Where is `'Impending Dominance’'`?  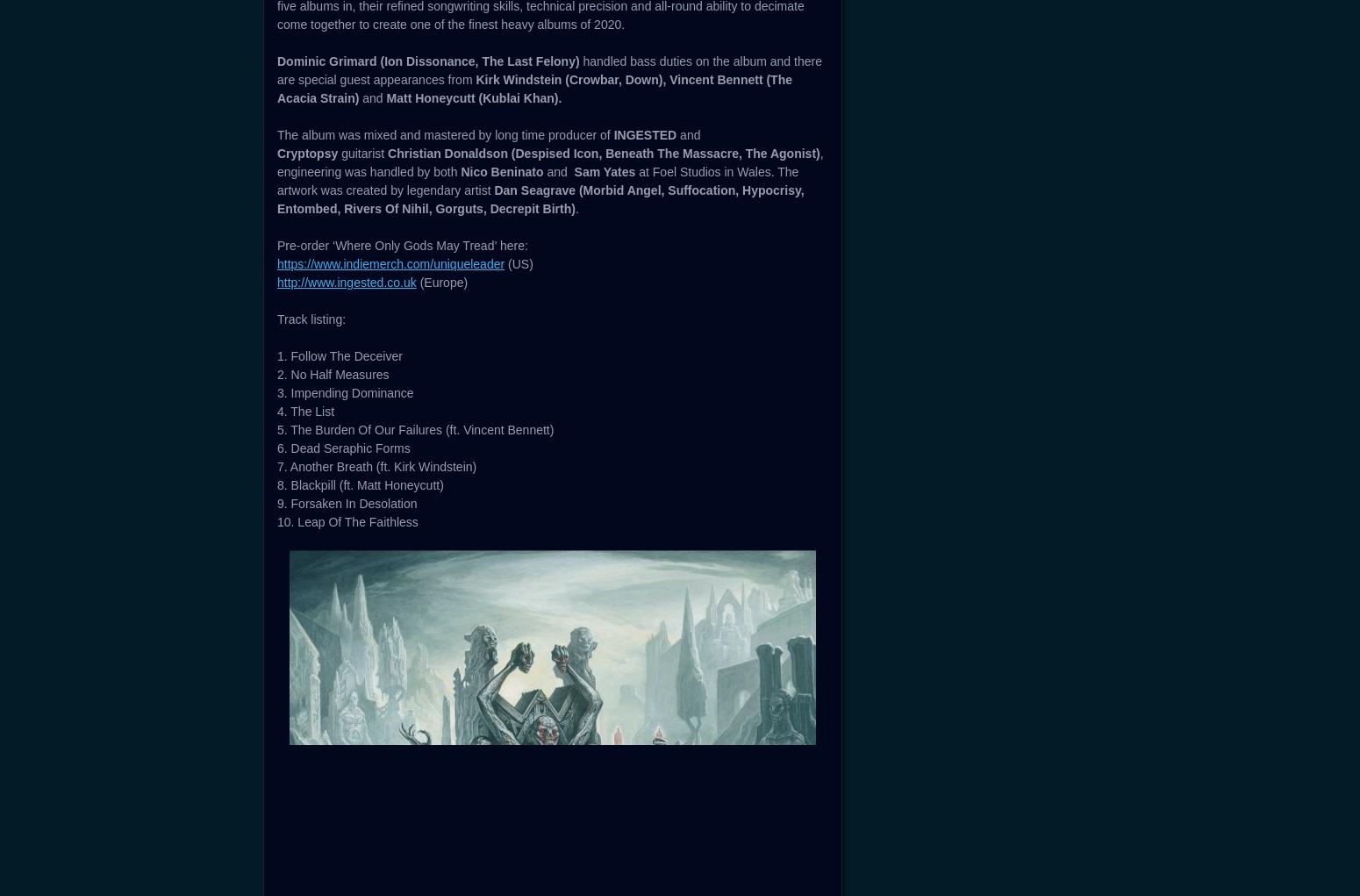 'Impending Dominance’' is located at coordinates (674, 350).